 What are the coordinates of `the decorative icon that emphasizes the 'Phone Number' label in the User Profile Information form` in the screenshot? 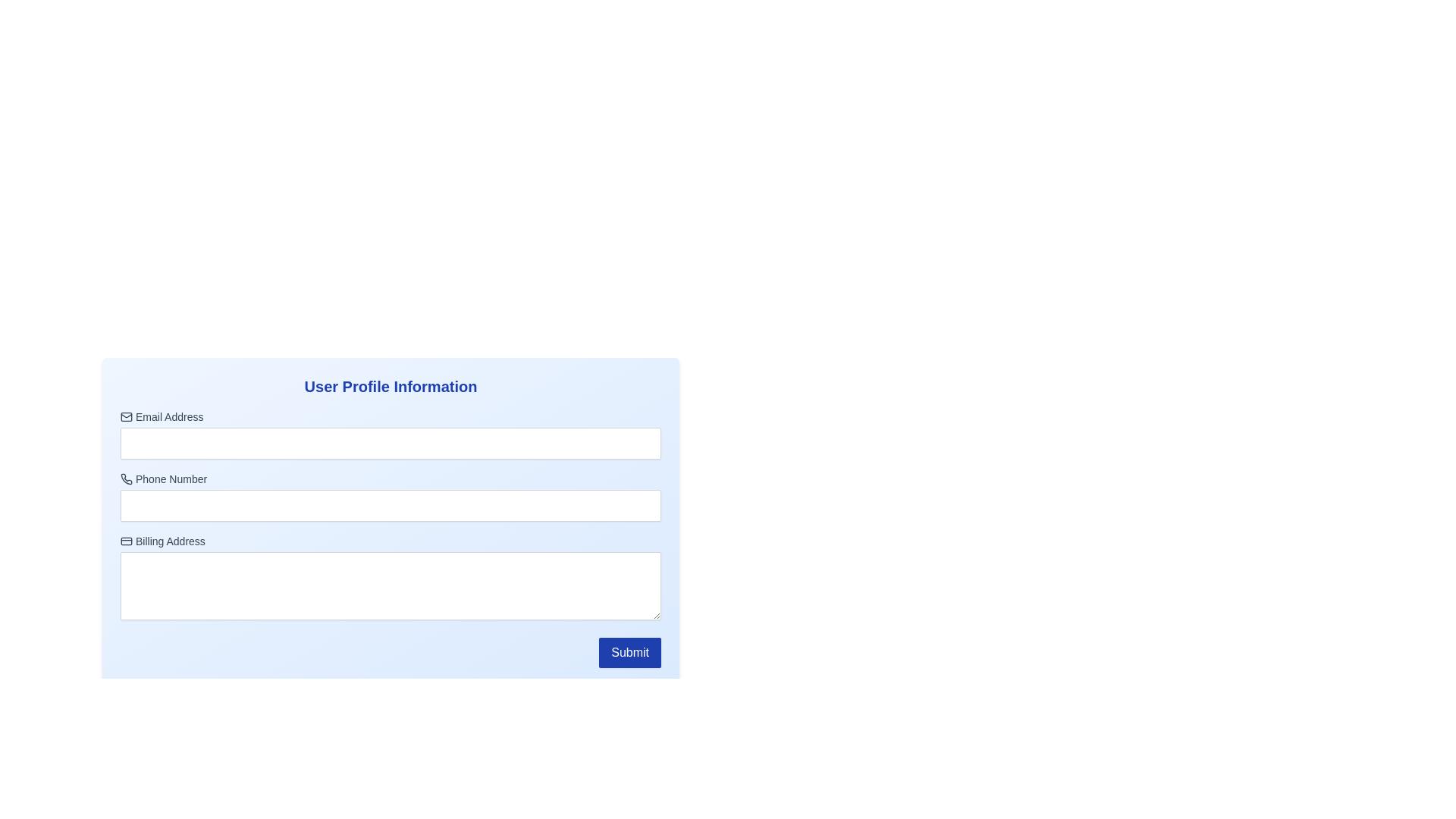 It's located at (127, 479).